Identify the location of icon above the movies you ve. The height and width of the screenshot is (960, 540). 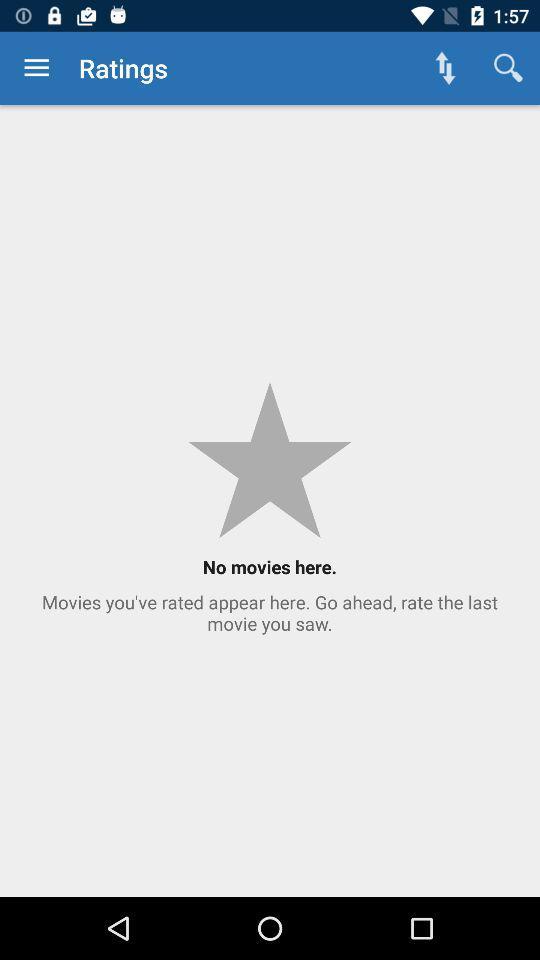
(508, 68).